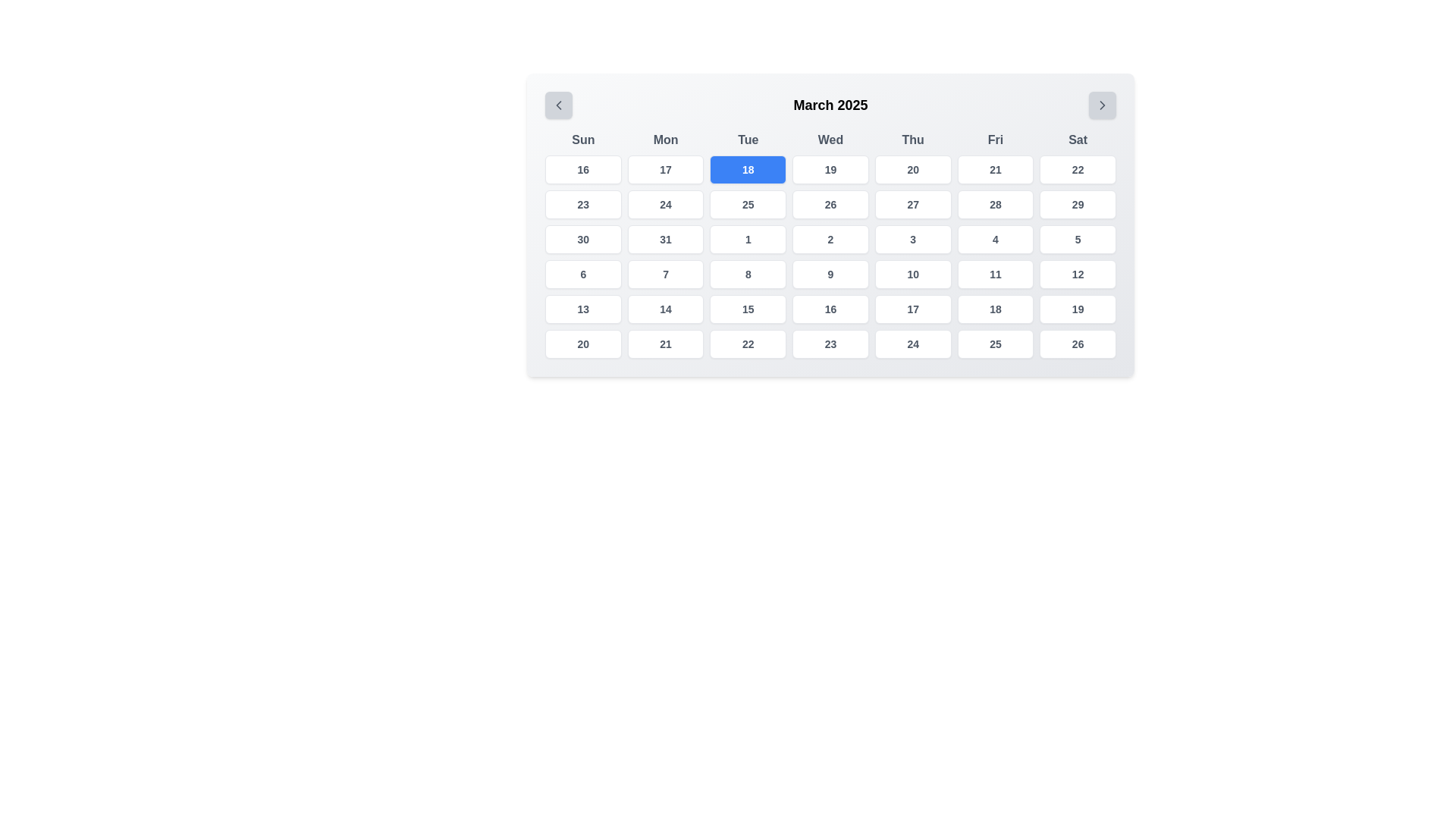  What do you see at coordinates (582, 344) in the screenshot?
I see `the date cell displaying '20' in the calendar grid under the 'Sun' column` at bounding box center [582, 344].